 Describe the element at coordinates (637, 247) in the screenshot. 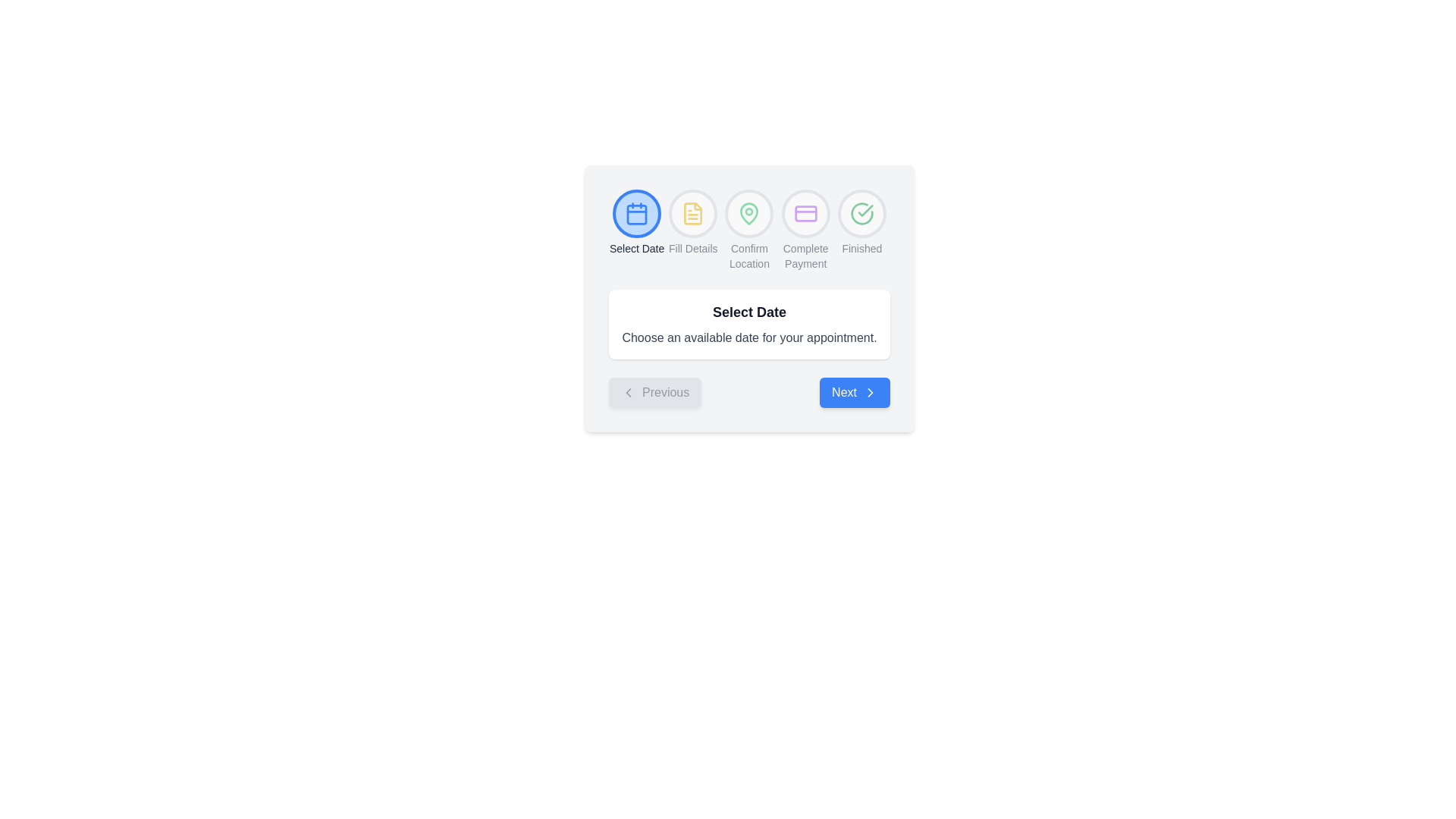

I see `descriptive label that instructs the user to 'Select Date', located directly below the blue calendar icon in the selection interface` at that location.